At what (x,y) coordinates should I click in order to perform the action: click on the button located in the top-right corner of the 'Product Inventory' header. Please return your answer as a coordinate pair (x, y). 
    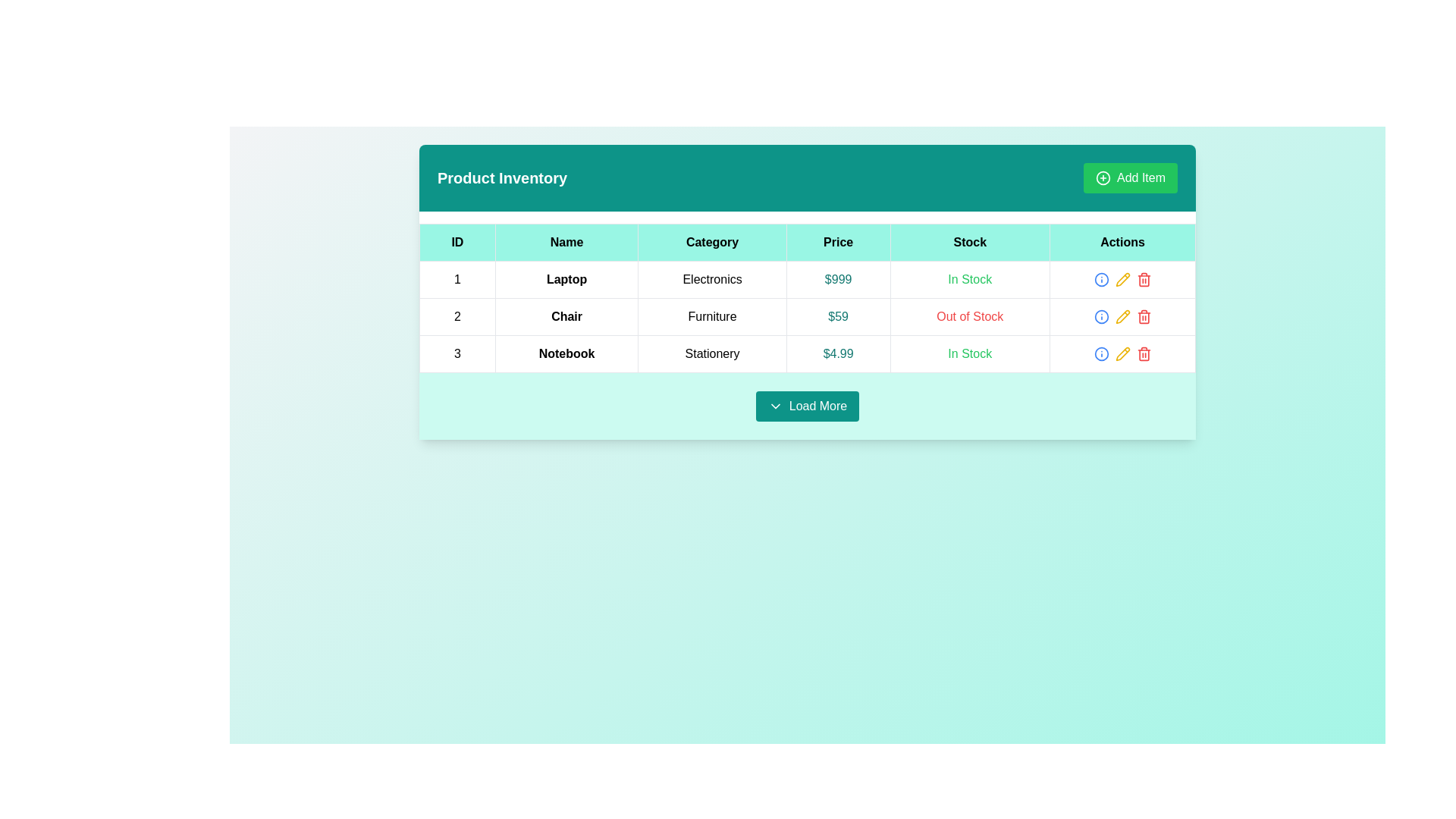
    Looking at the image, I should click on (1131, 177).